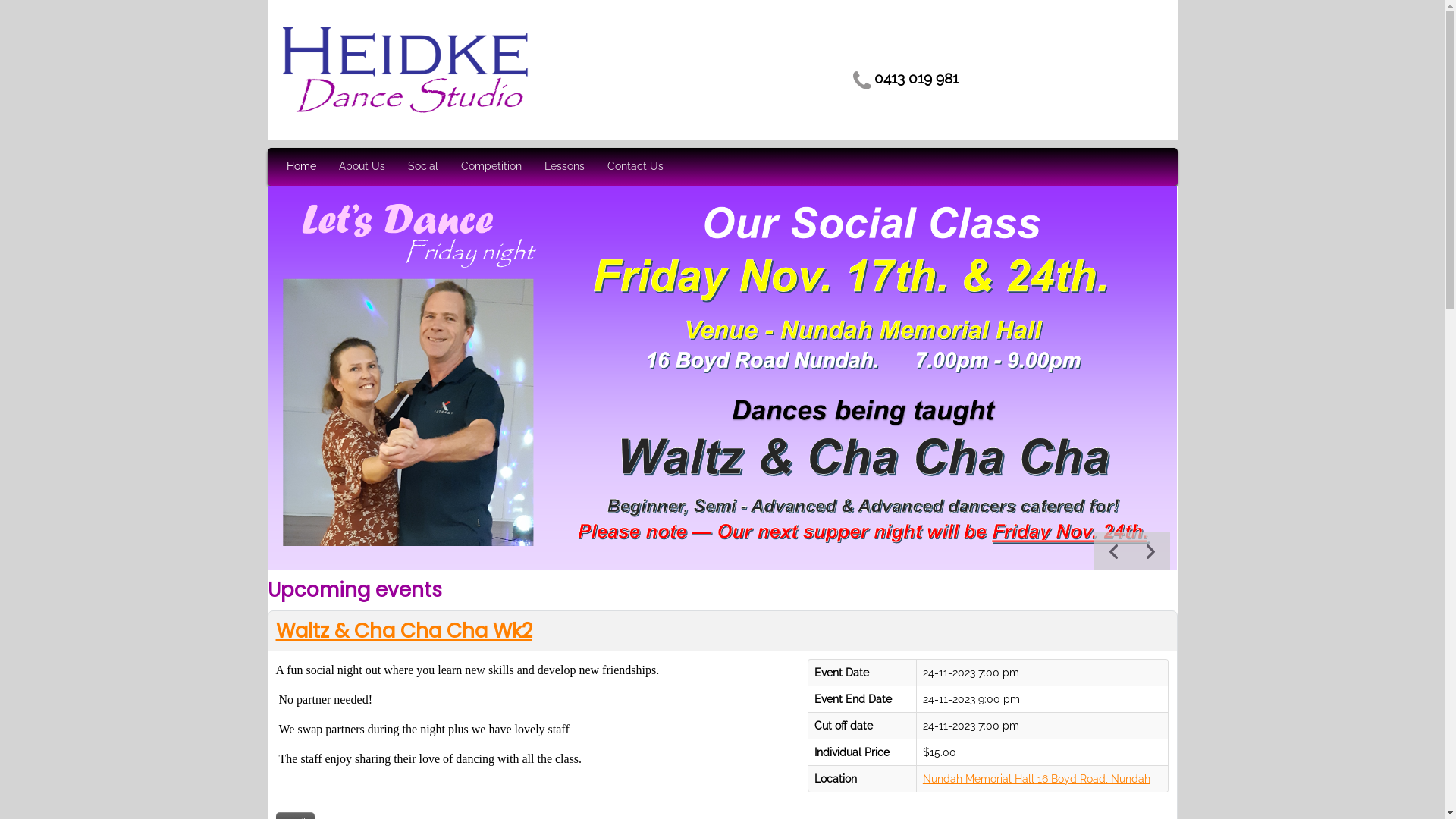  What do you see at coordinates (563, 166) in the screenshot?
I see `'Lessons'` at bounding box center [563, 166].